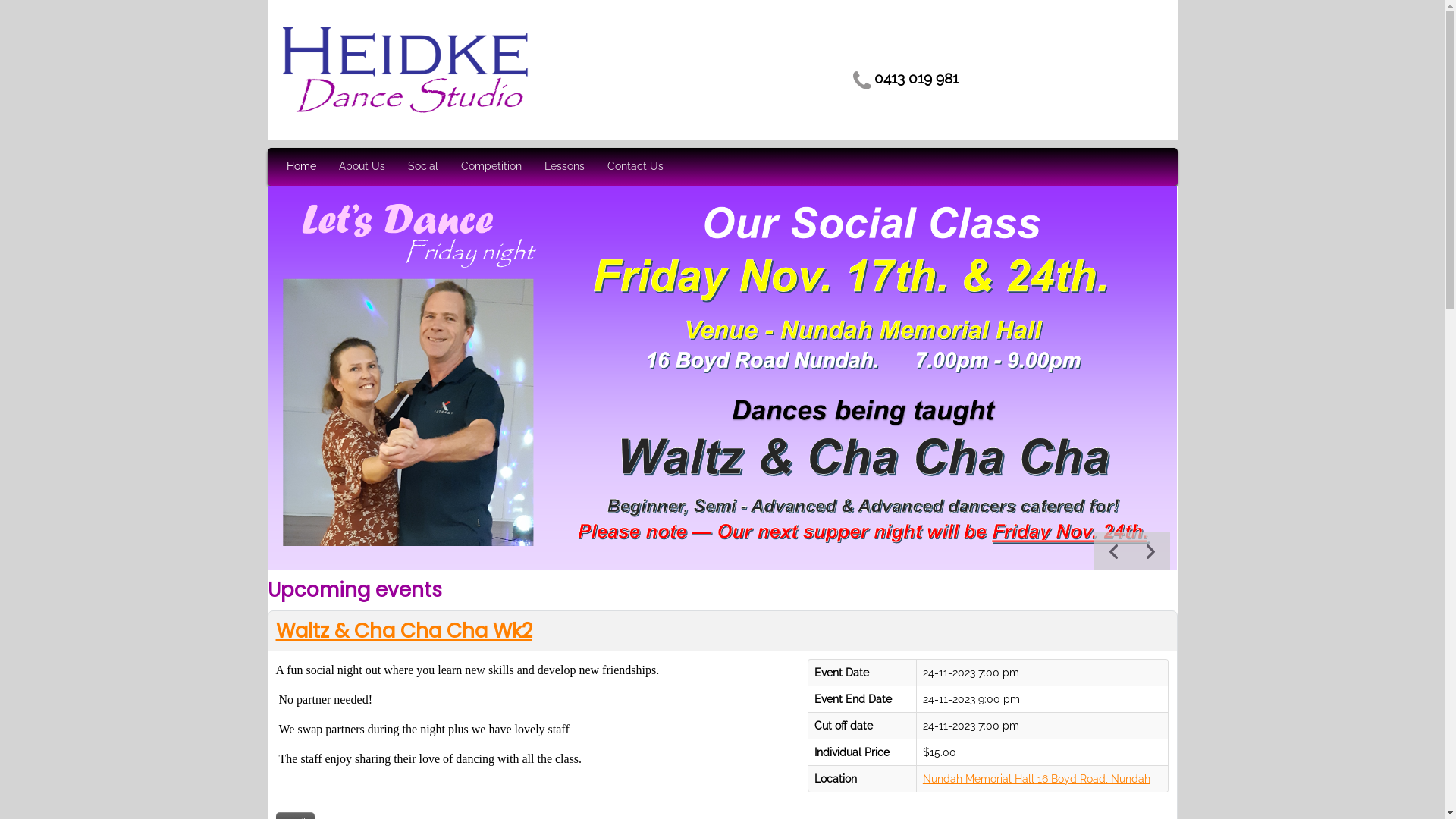  What do you see at coordinates (563, 166) in the screenshot?
I see `'Lessons'` at bounding box center [563, 166].